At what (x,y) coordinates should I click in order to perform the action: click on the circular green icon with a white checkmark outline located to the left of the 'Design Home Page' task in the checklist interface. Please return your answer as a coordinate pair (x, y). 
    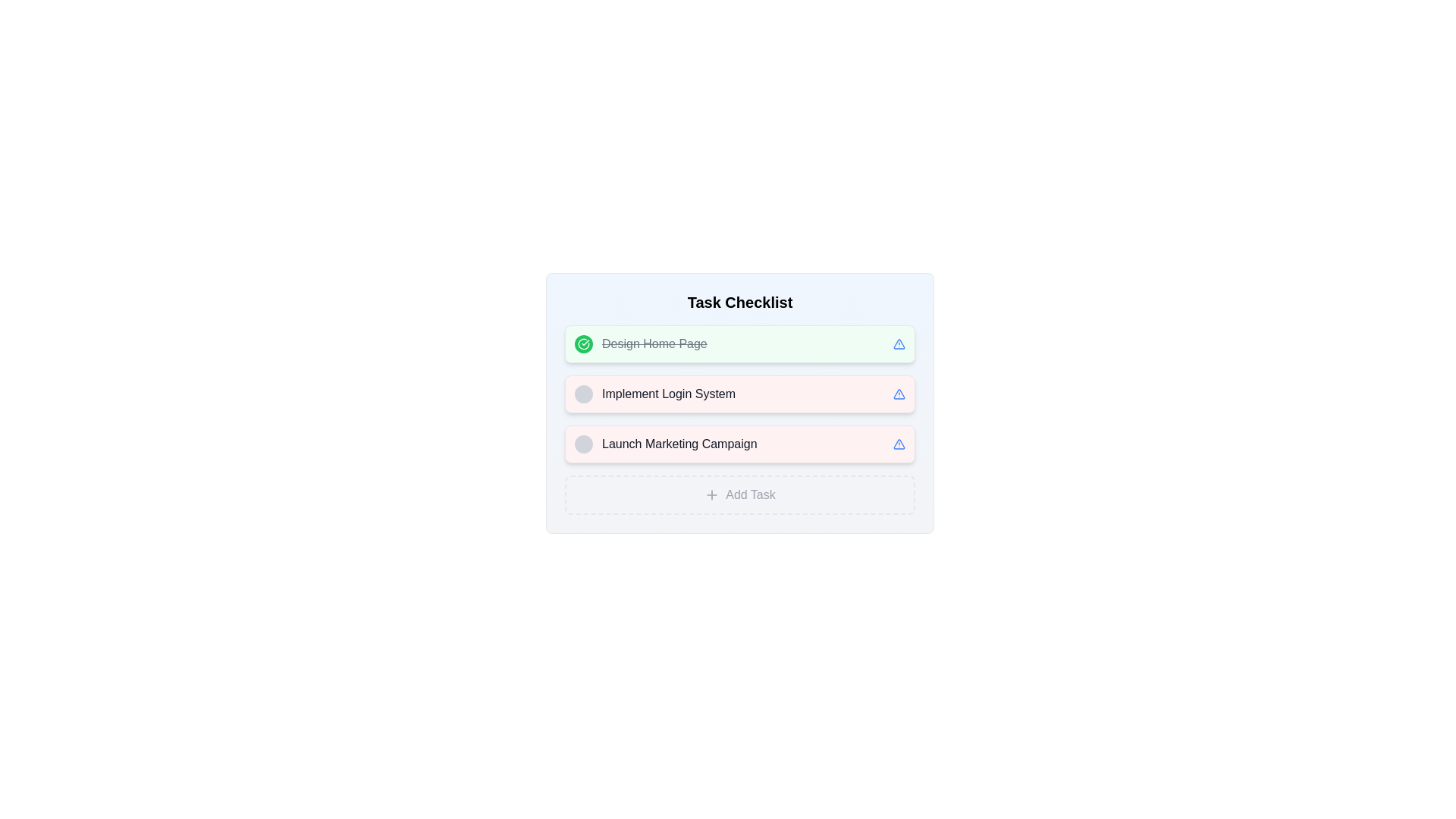
    Looking at the image, I should click on (582, 344).